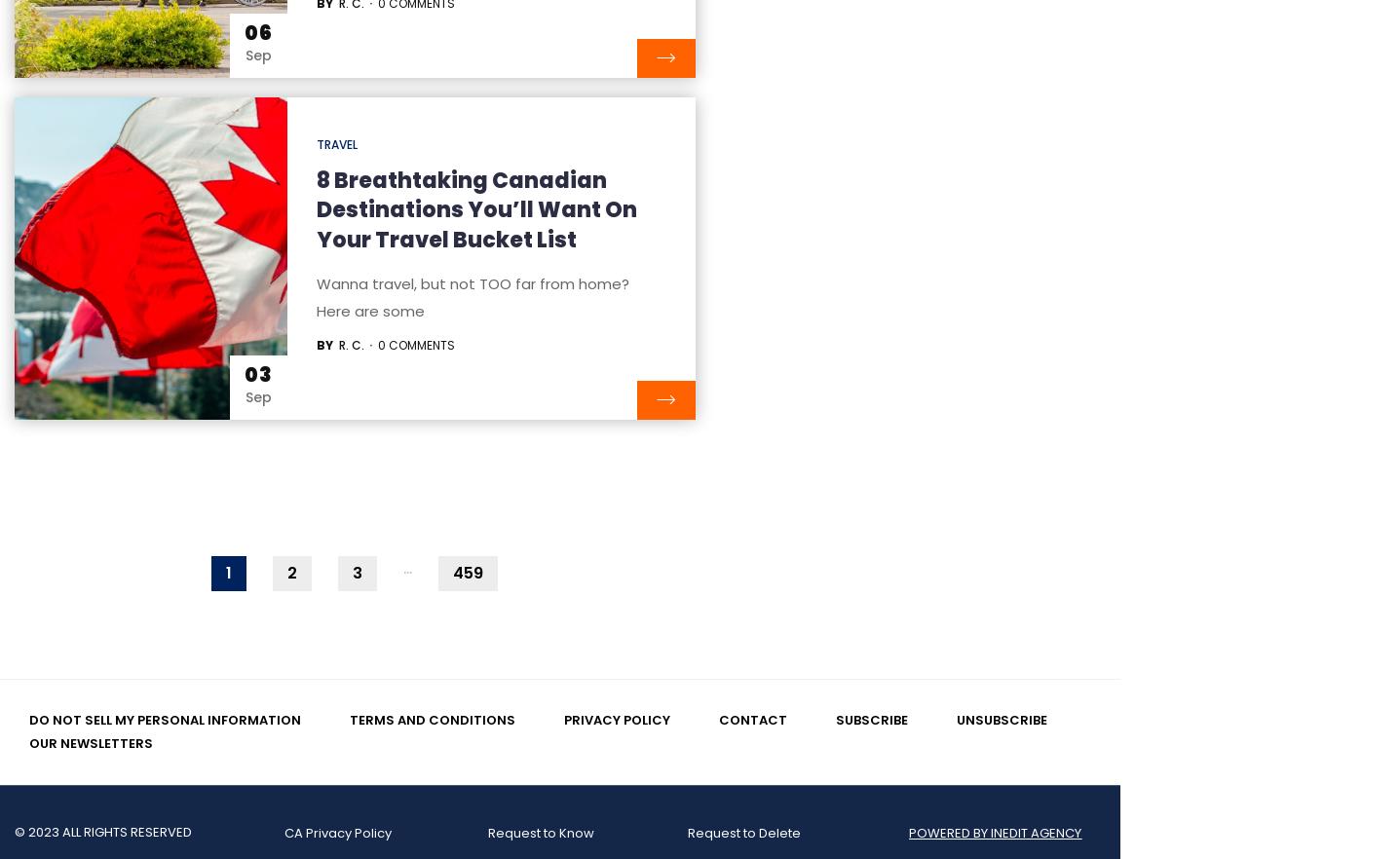 The image size is (1400, 859). Describe the element at coordinates (617, 718) in the screenshot. I see `'Privacy Policy'` at that location.